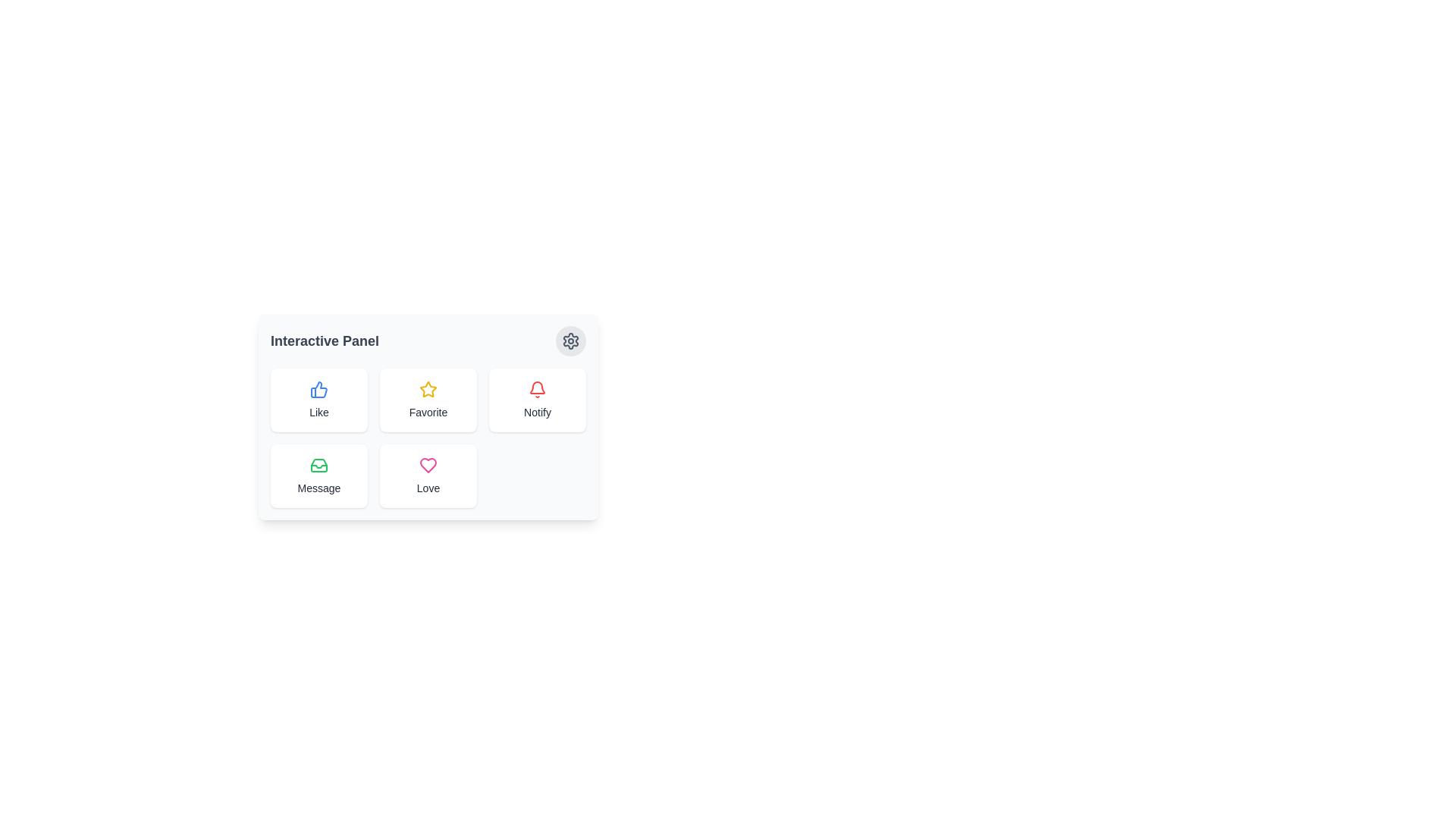 This screenshot has width=1456, height=819. Describe the element at coordinates (318, 400) in the screenshot. I see `the 'Like' button located at the top-left corner of the grid layout to express appreciation` at that location.